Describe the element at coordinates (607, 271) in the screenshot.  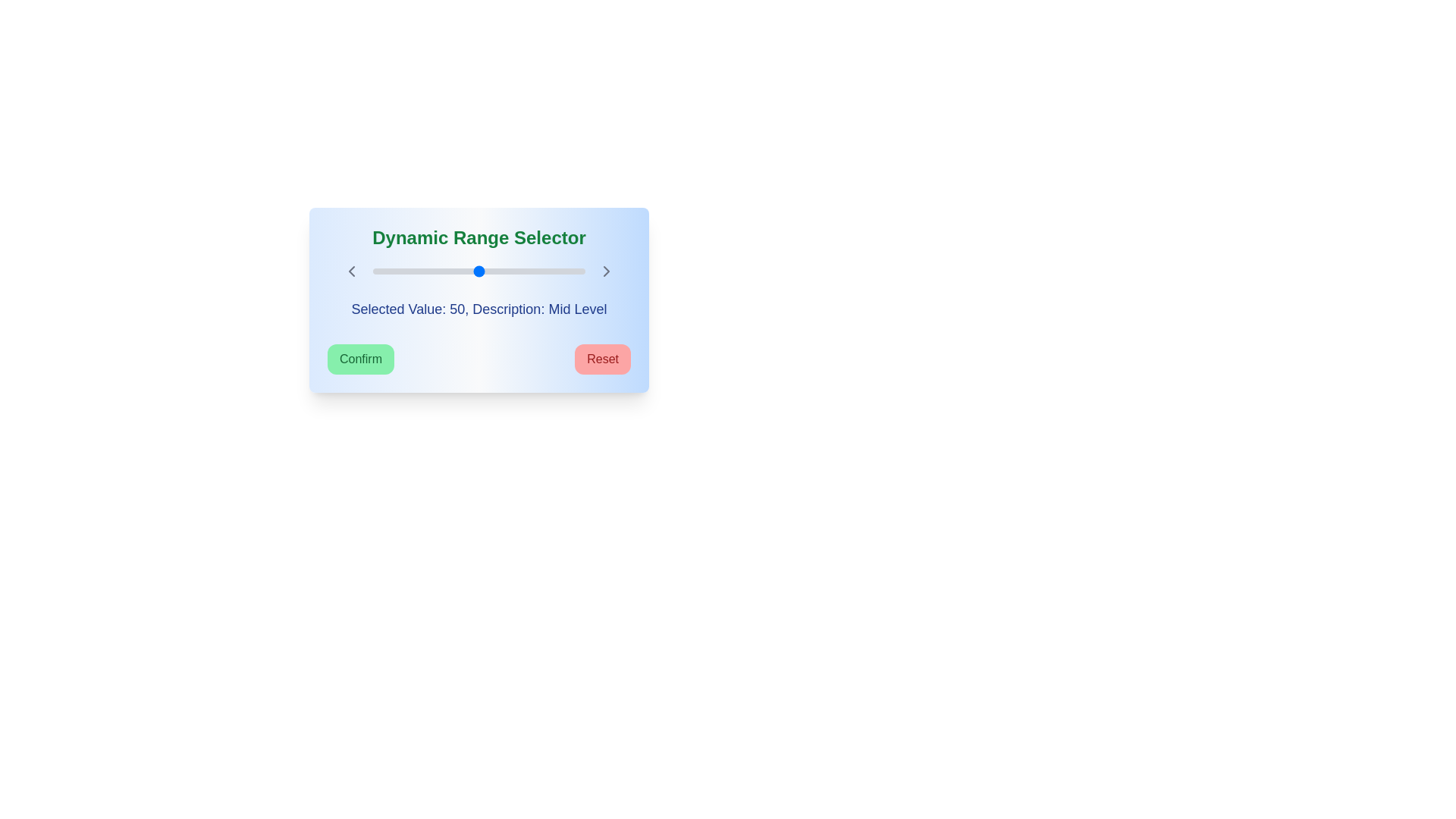
I see `the navigation button located on the rightmost side of the horizontal layout to advance or proceed, typically associated with sliders or carousels` at that location.